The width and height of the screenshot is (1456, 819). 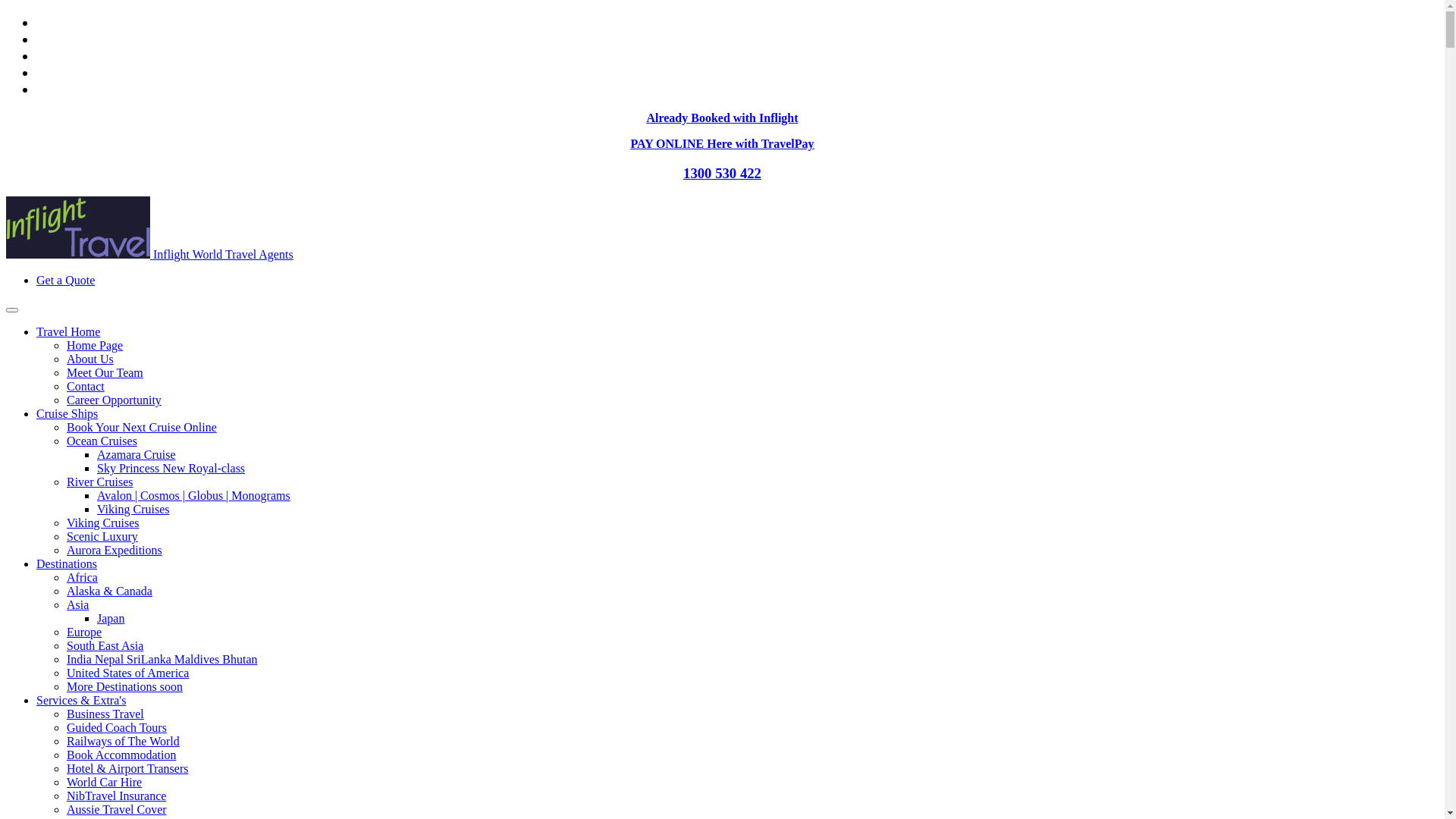 What do you see at coordinates (99, 482) in the screenshot?
I see `'River Cruises'` at bounding box center [99, 482].